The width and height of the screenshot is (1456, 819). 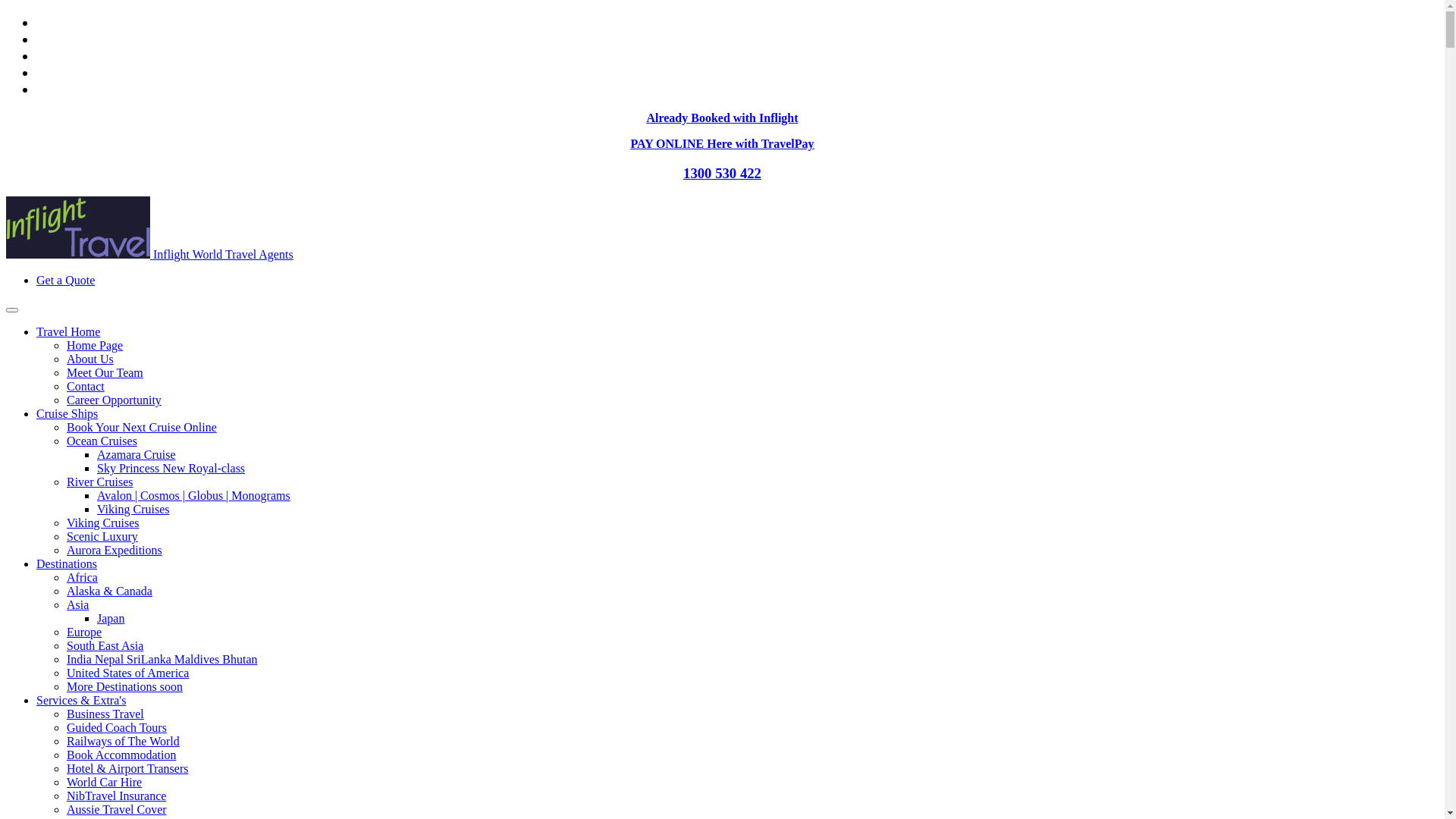 What do you see at coordinates (99, 482) in the screenshot?
I see `'River Cruises'` at bounding box center [99, 482].